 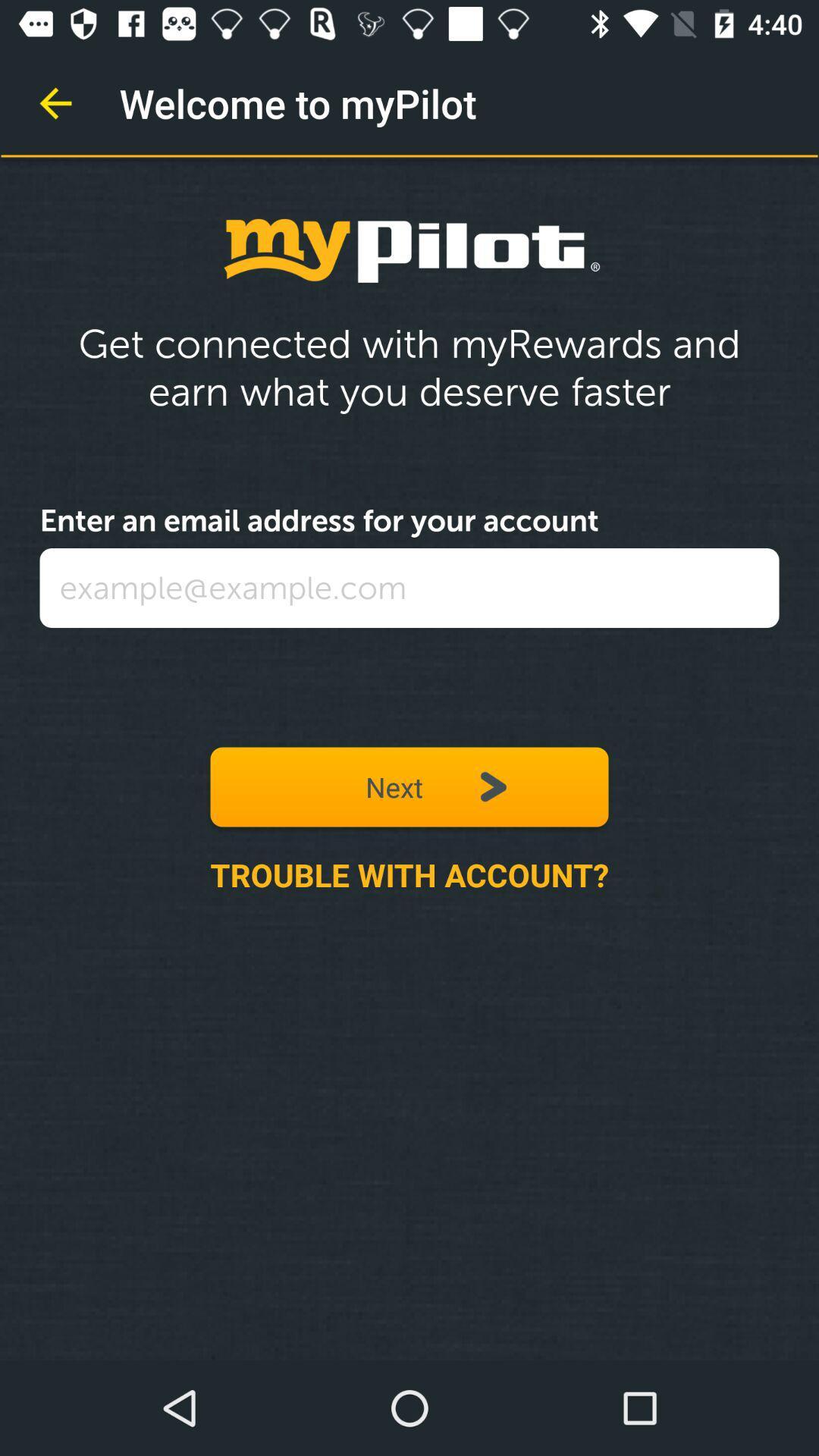 What do you see at coordinates (409, 786) in the screenshot?
I see `icon above trouble with account? icon` at bounding box center [409, 786].